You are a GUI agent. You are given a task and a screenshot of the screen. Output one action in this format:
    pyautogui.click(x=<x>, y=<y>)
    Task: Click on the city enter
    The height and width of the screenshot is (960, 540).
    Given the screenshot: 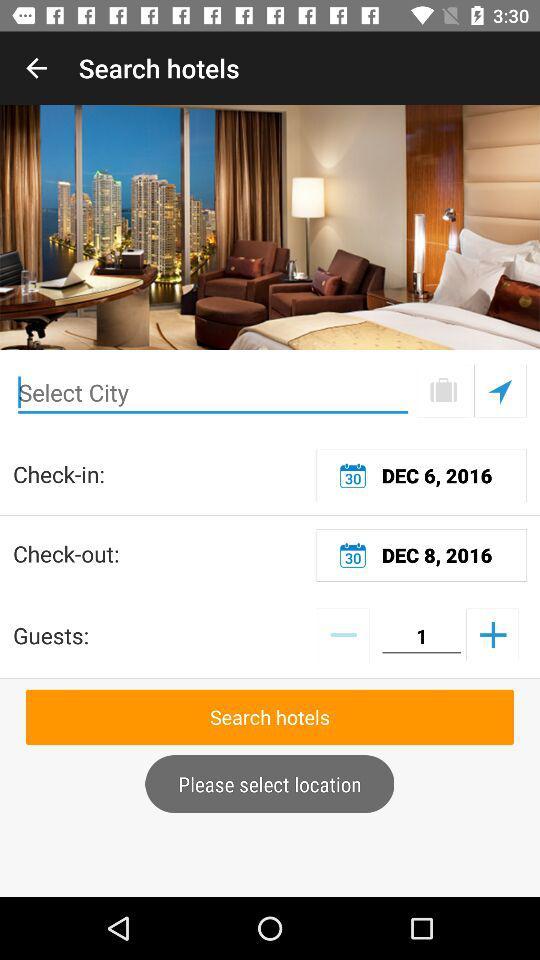 What is the action you would take?
    pyautogui.click(x=212, y=392)
    